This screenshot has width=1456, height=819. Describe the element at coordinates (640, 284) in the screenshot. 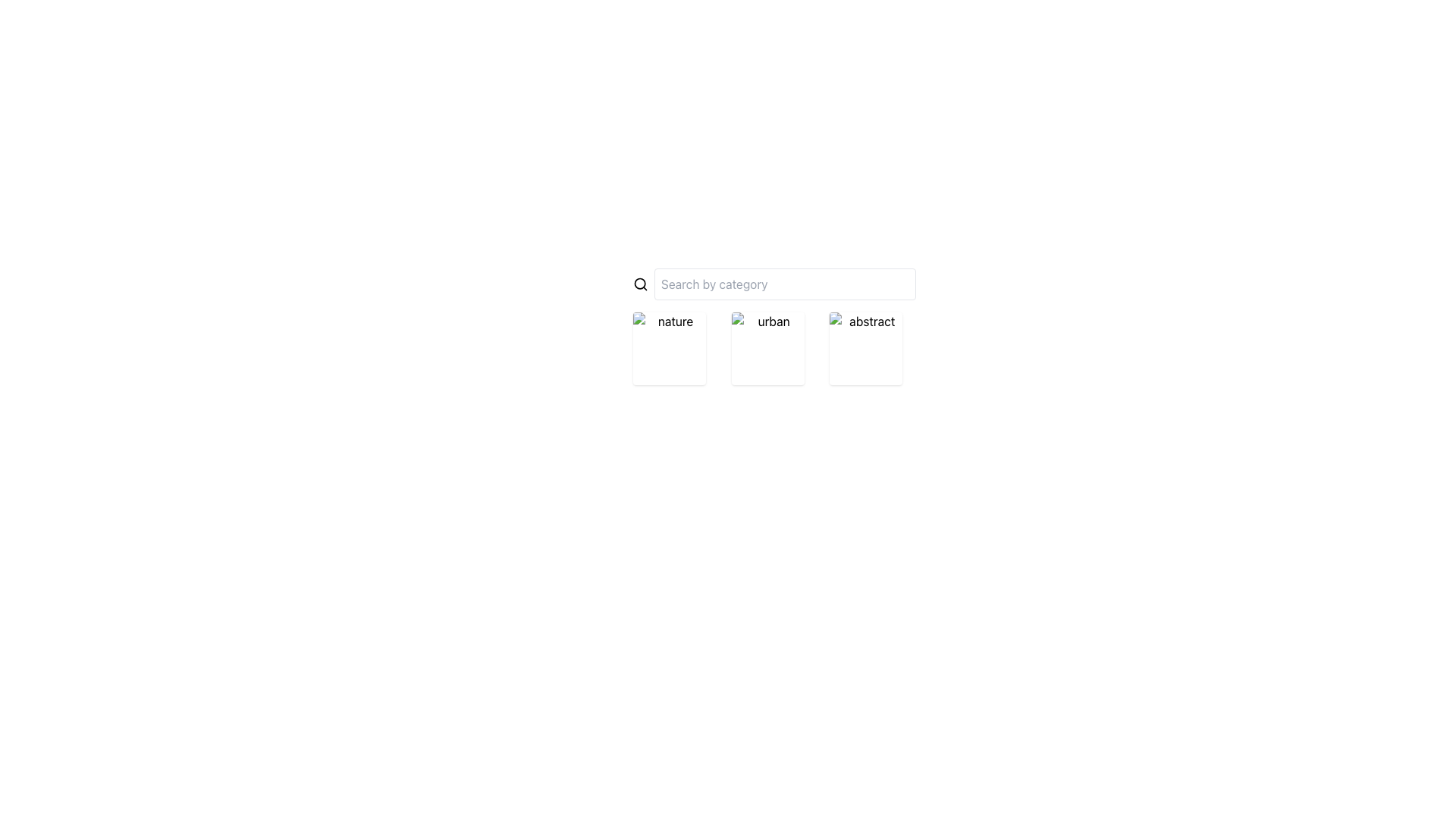

I see `the inner circle of the search icon, which indicates the search functionality next to the 'Search by category' input field` at that location.